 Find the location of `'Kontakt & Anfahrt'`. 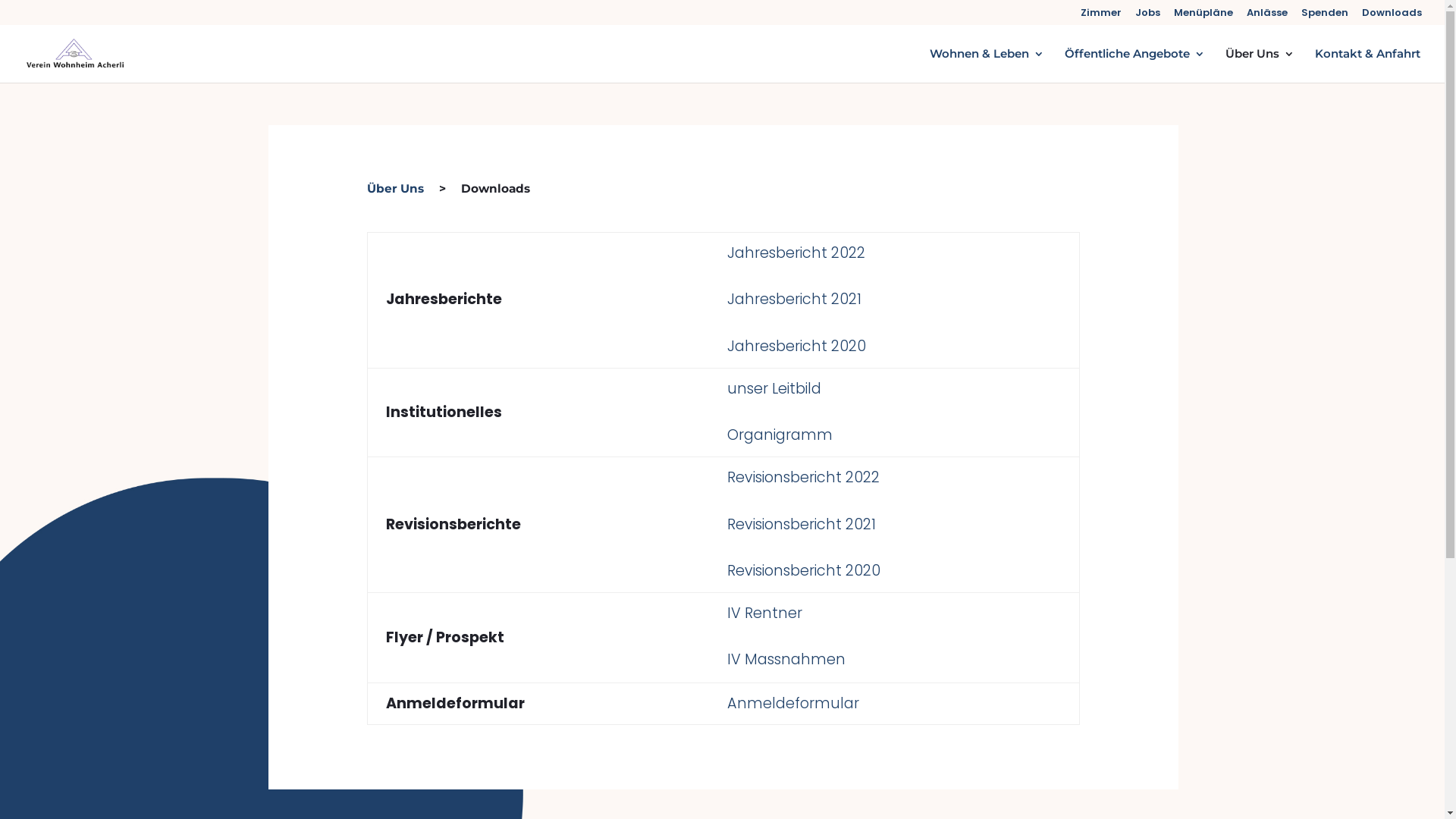

'Kontakt & Anfahrt' is located at coordinates (1313, 64).